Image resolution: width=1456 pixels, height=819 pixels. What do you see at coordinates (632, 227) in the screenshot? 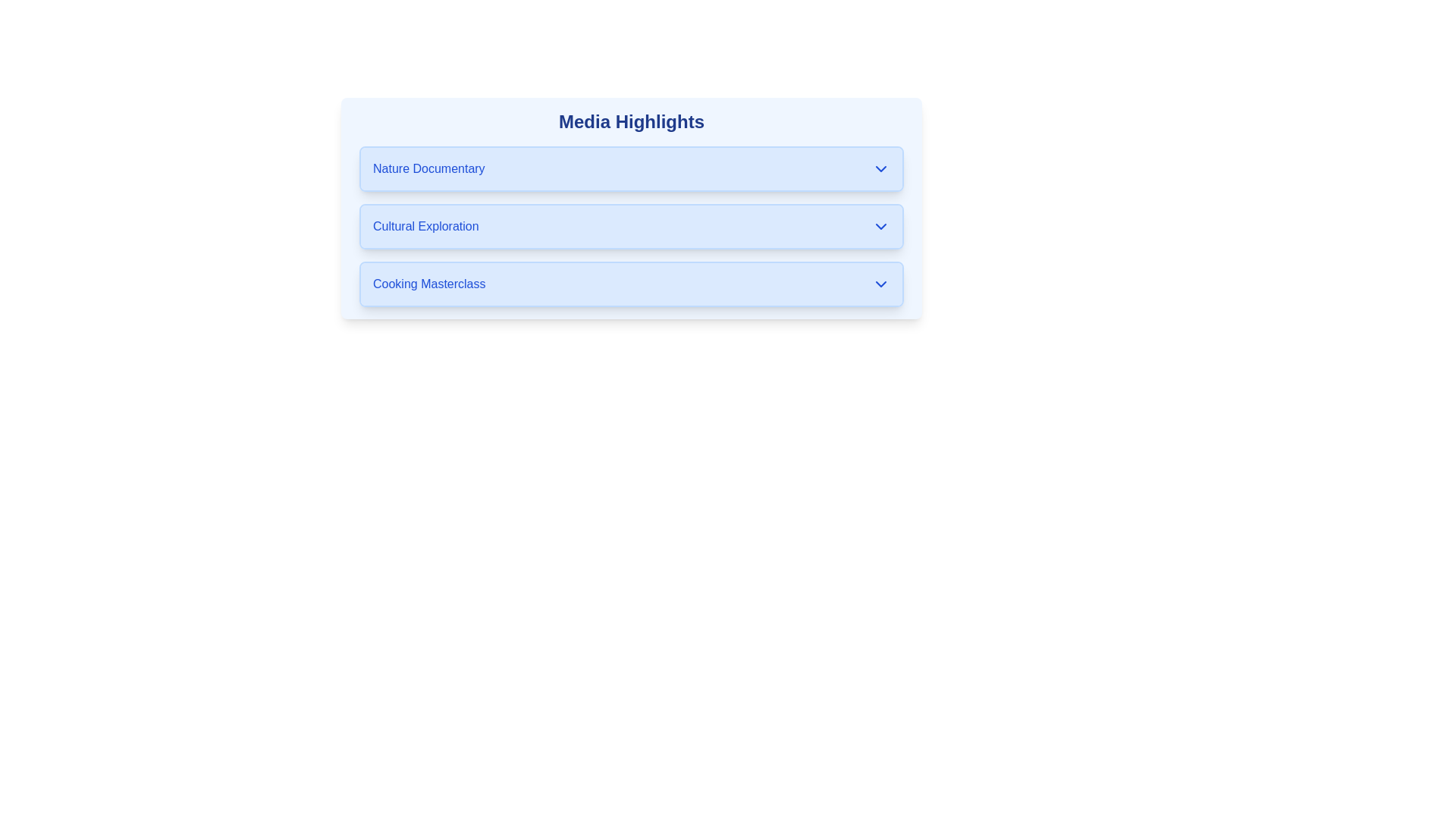
I see `the second button under 'Media Highlights' that expands or toggles content related to 'Cultural Exploration'` at bounding box center [632, 227].